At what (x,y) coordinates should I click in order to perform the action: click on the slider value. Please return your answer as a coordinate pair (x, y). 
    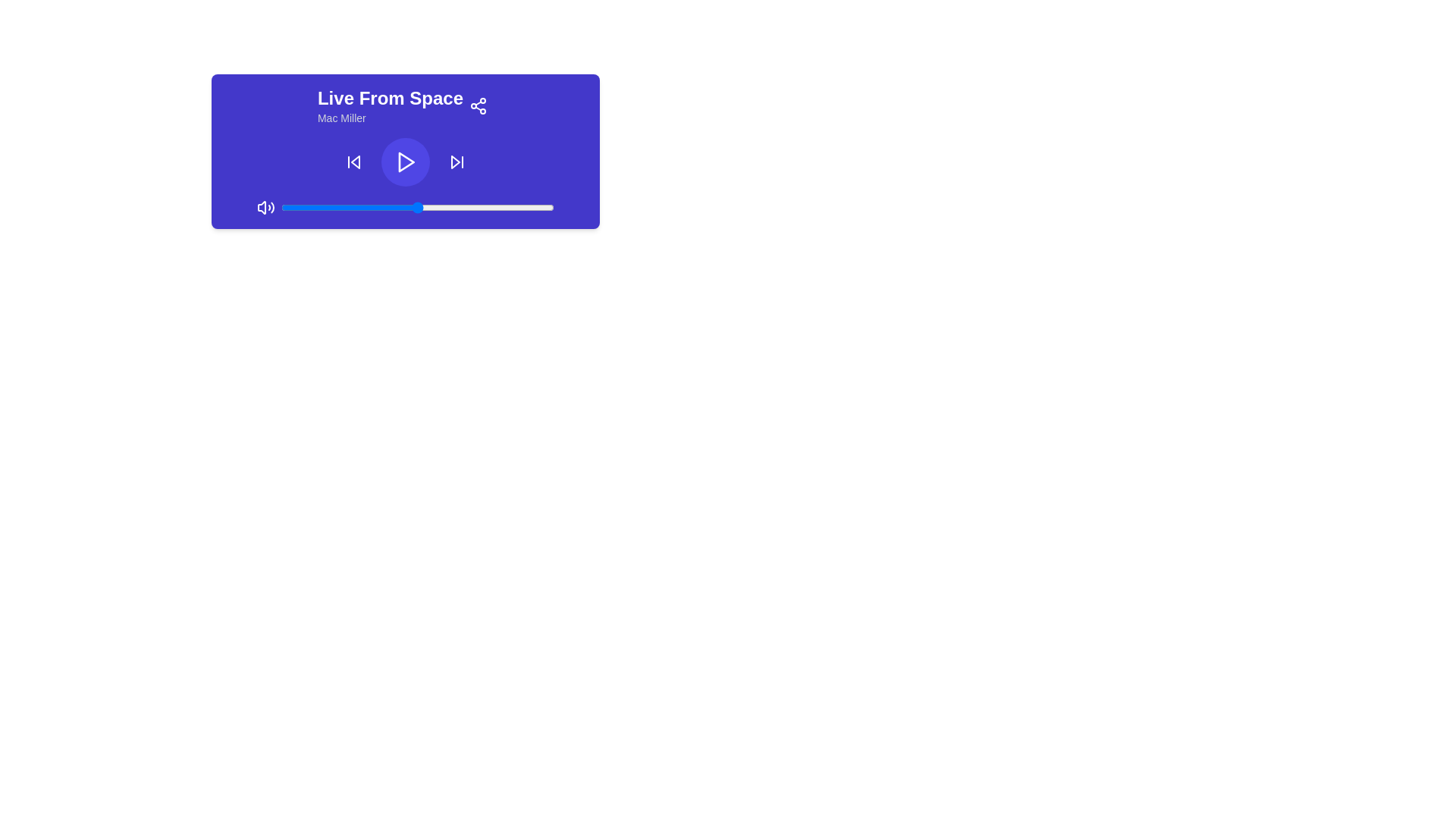
    Looking at the image, I should click on (362, 207).